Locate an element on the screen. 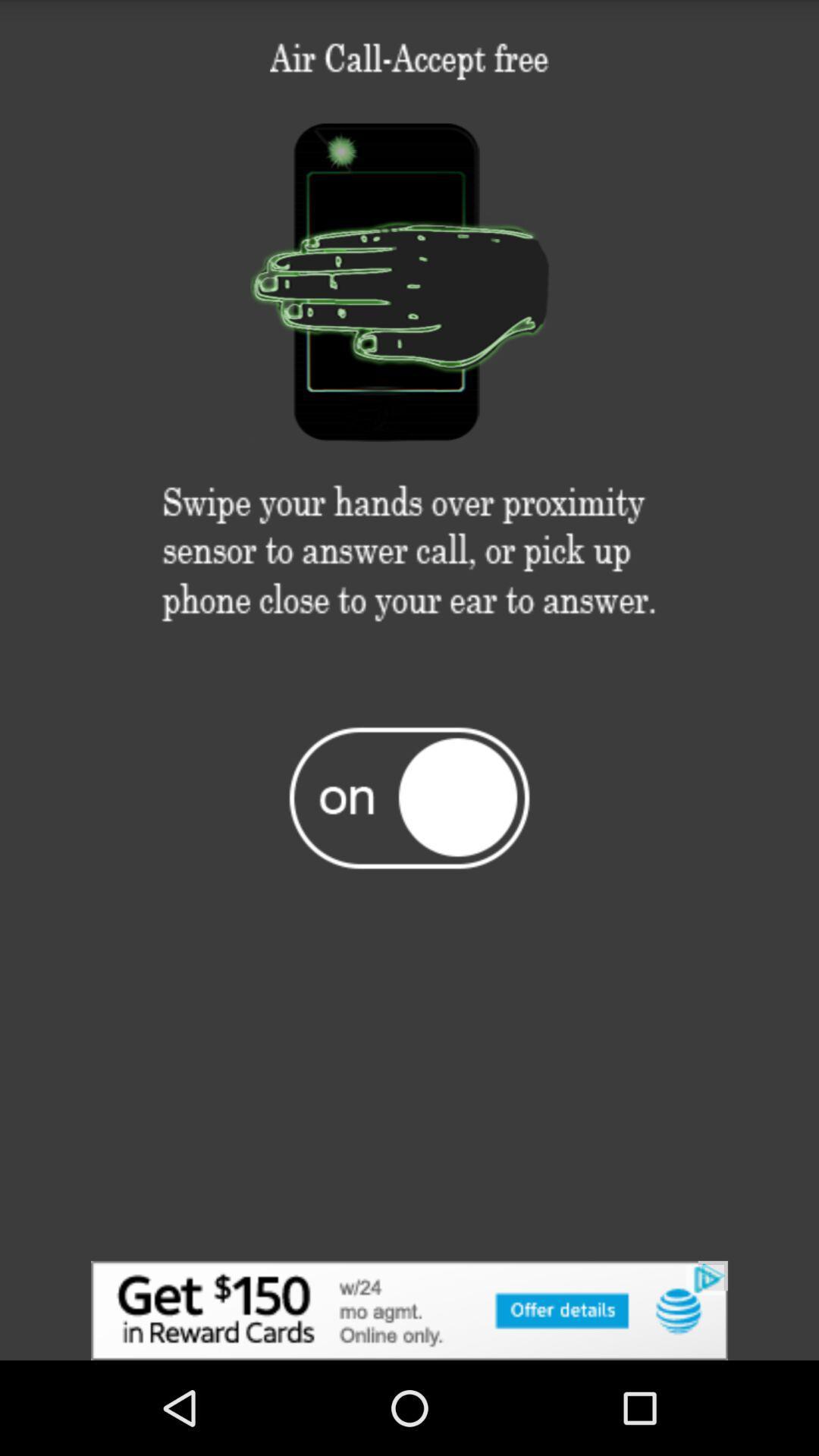  on/off control is located at coordinates (409, 796).